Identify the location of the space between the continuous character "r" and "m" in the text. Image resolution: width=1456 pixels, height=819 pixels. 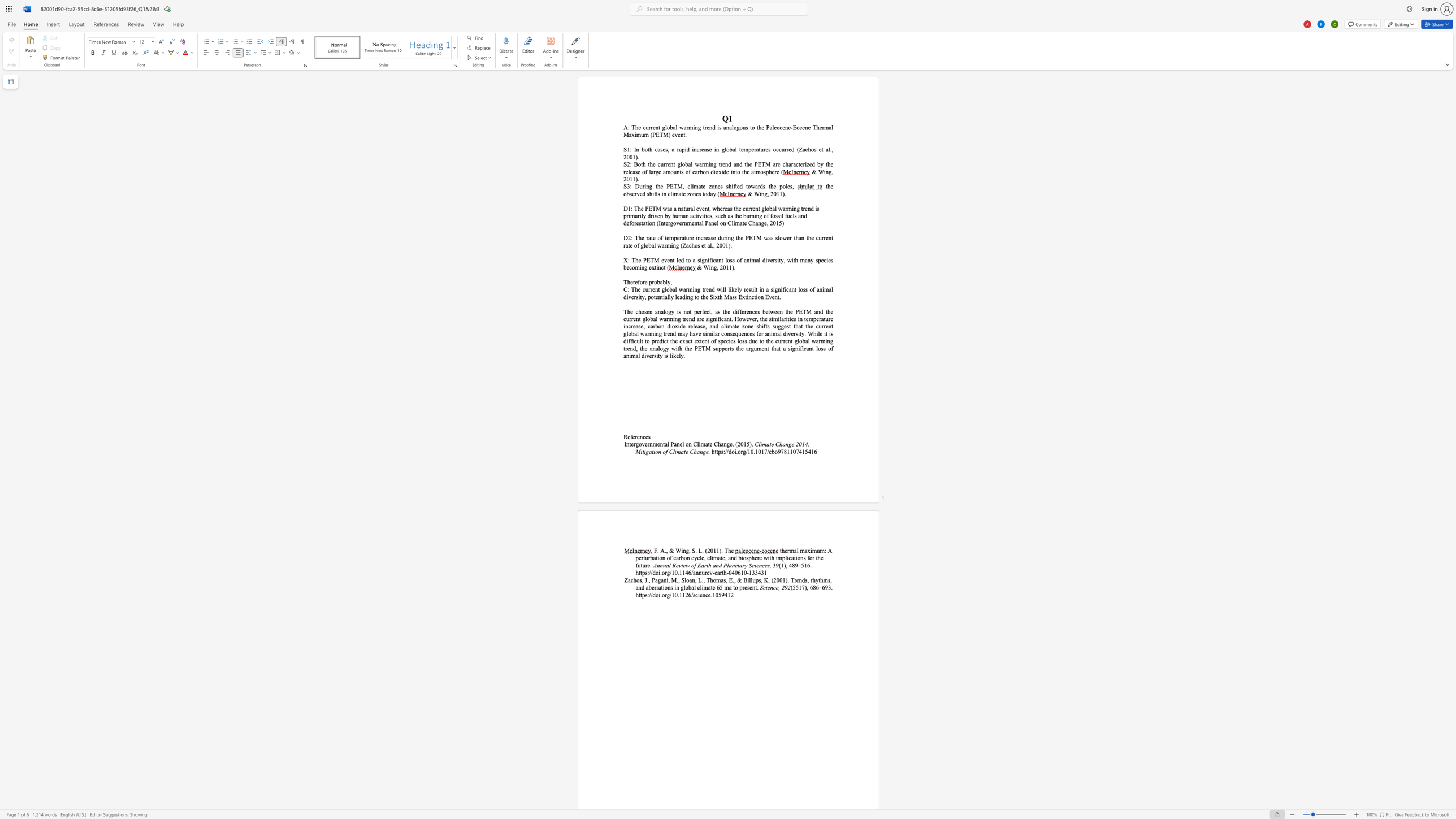
(688, 289).